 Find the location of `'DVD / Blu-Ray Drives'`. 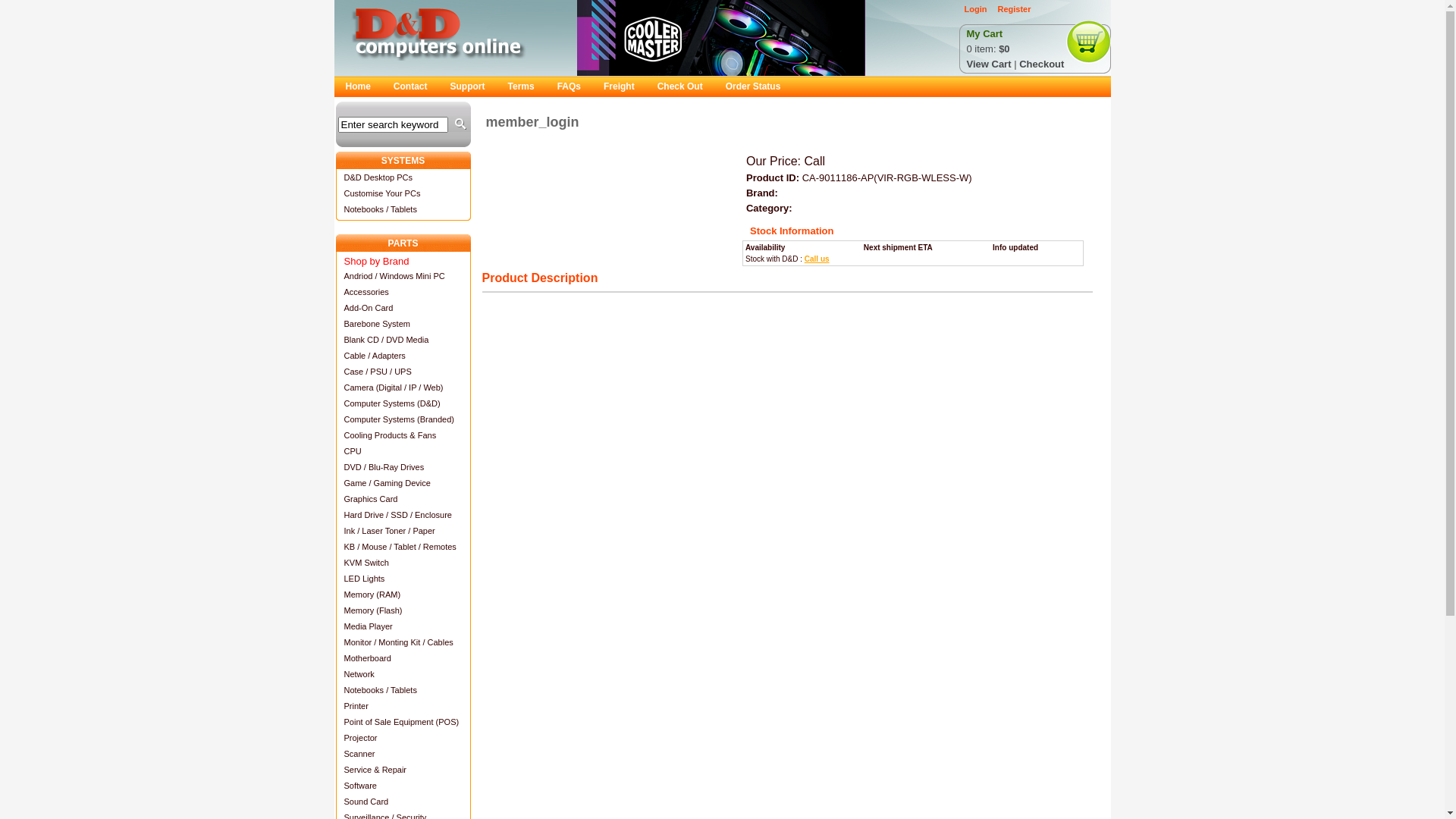

'DVD / Blu-Ray Drives' is located at coordinates (403, 466).